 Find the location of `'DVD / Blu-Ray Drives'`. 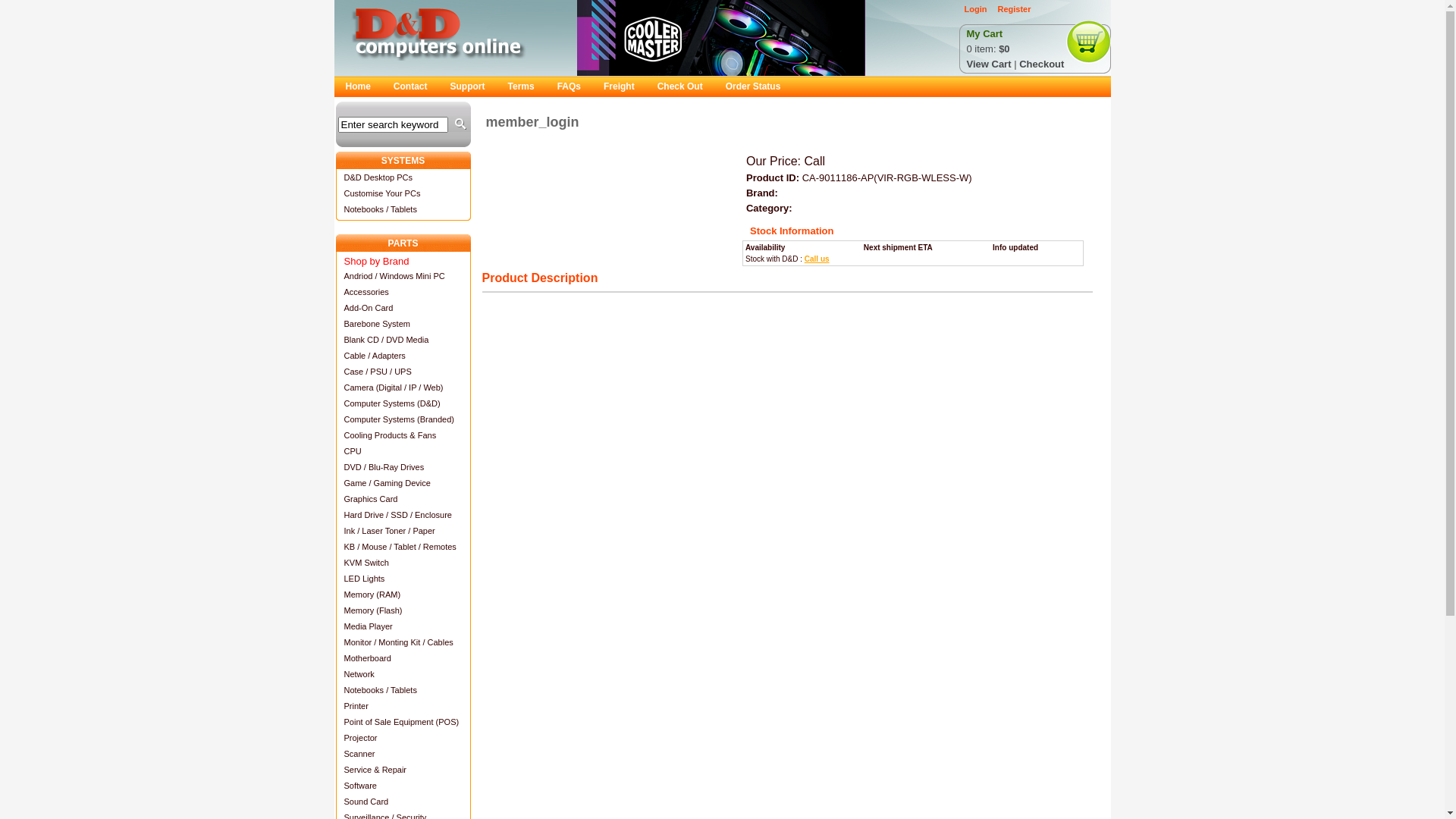

'DVD / Blu-Ray Drives' is located at coordinates (403, 466).